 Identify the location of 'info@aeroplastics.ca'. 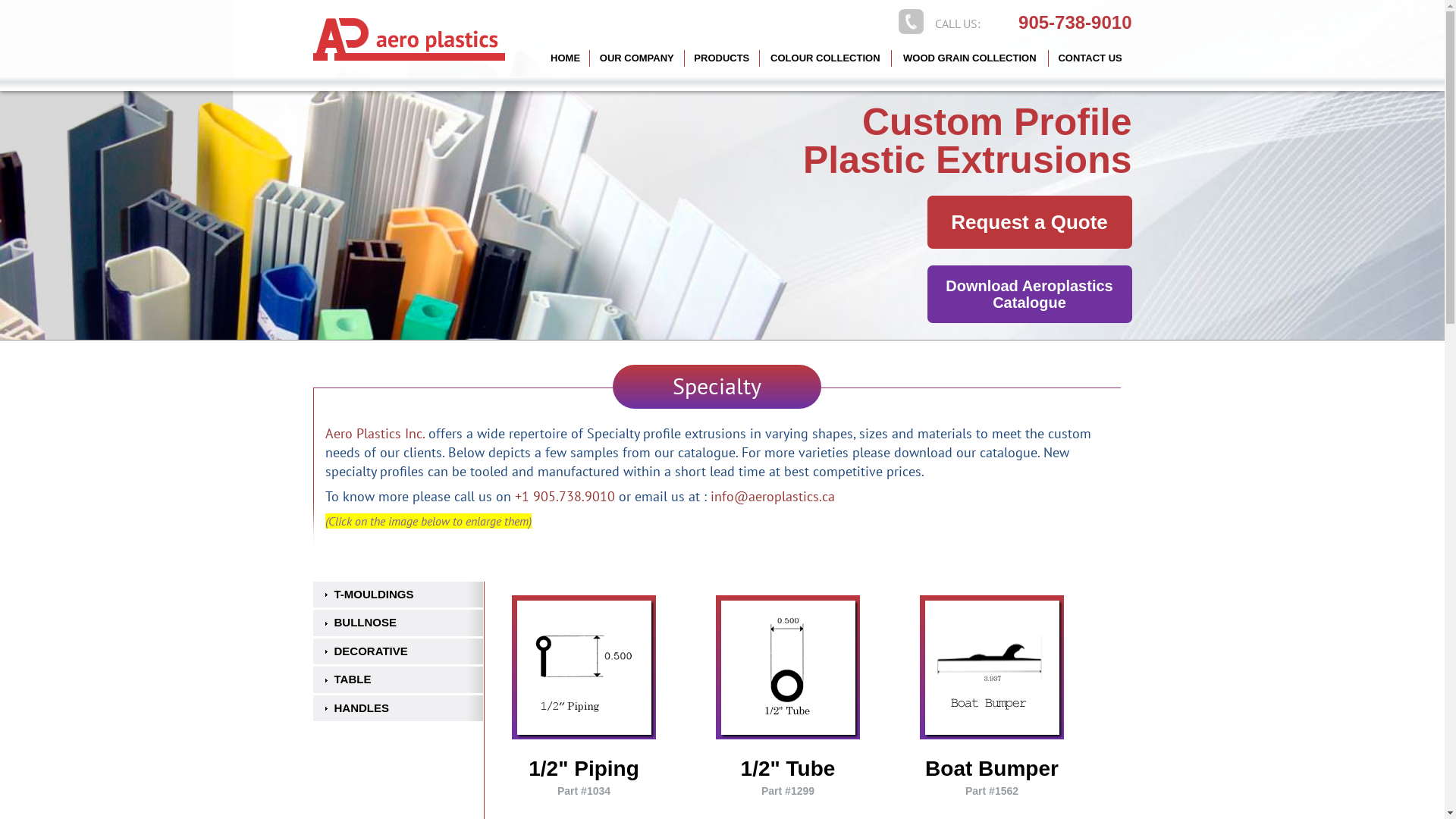
(771, 496).